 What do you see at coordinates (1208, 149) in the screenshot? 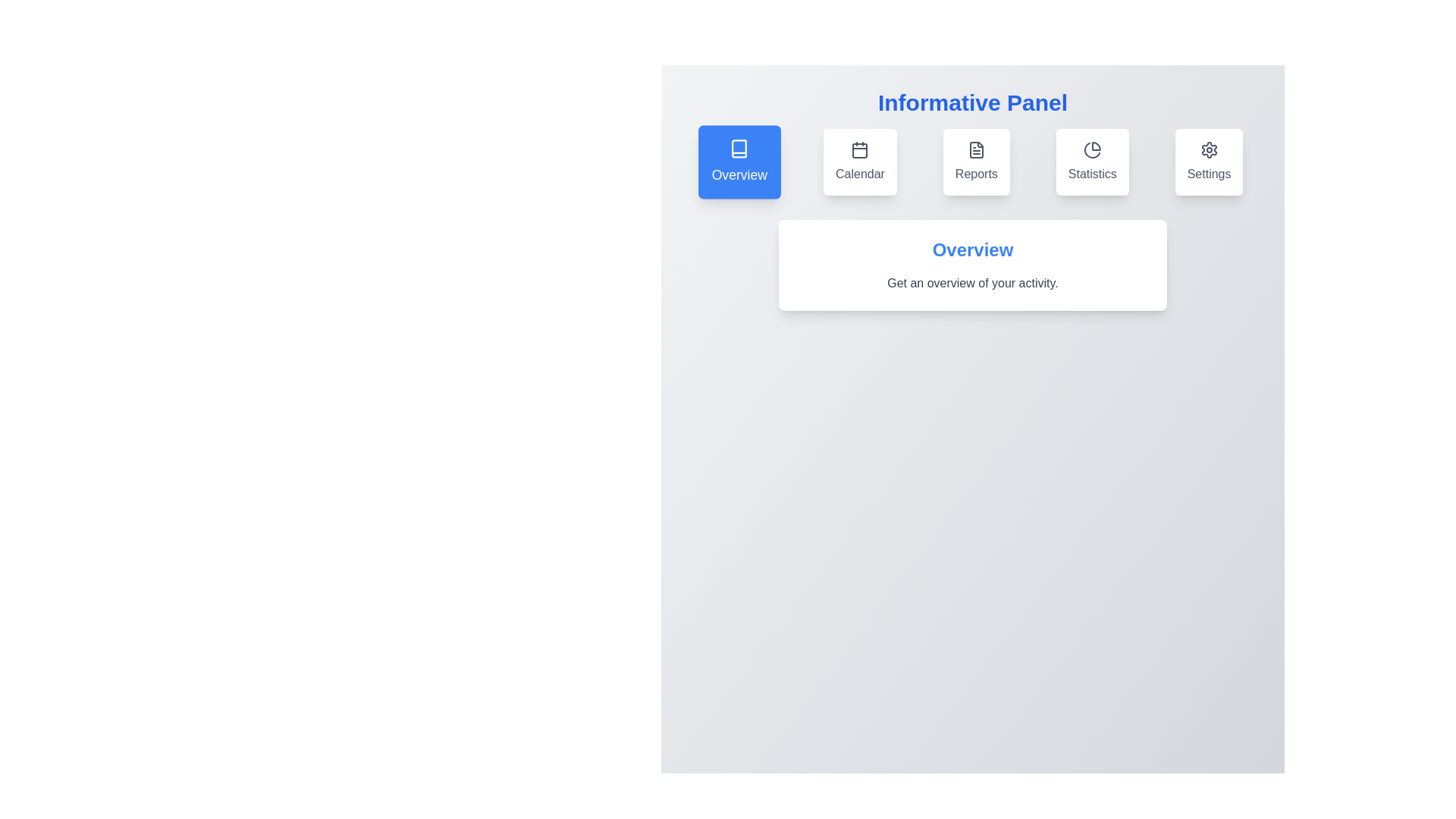
I see `the cogwheel icon in the settings group, which signifies settings or configuration options, located to the far right in the upper row of options adjacent to the 'Statistics' icon` at bounding box center [1208, 149].